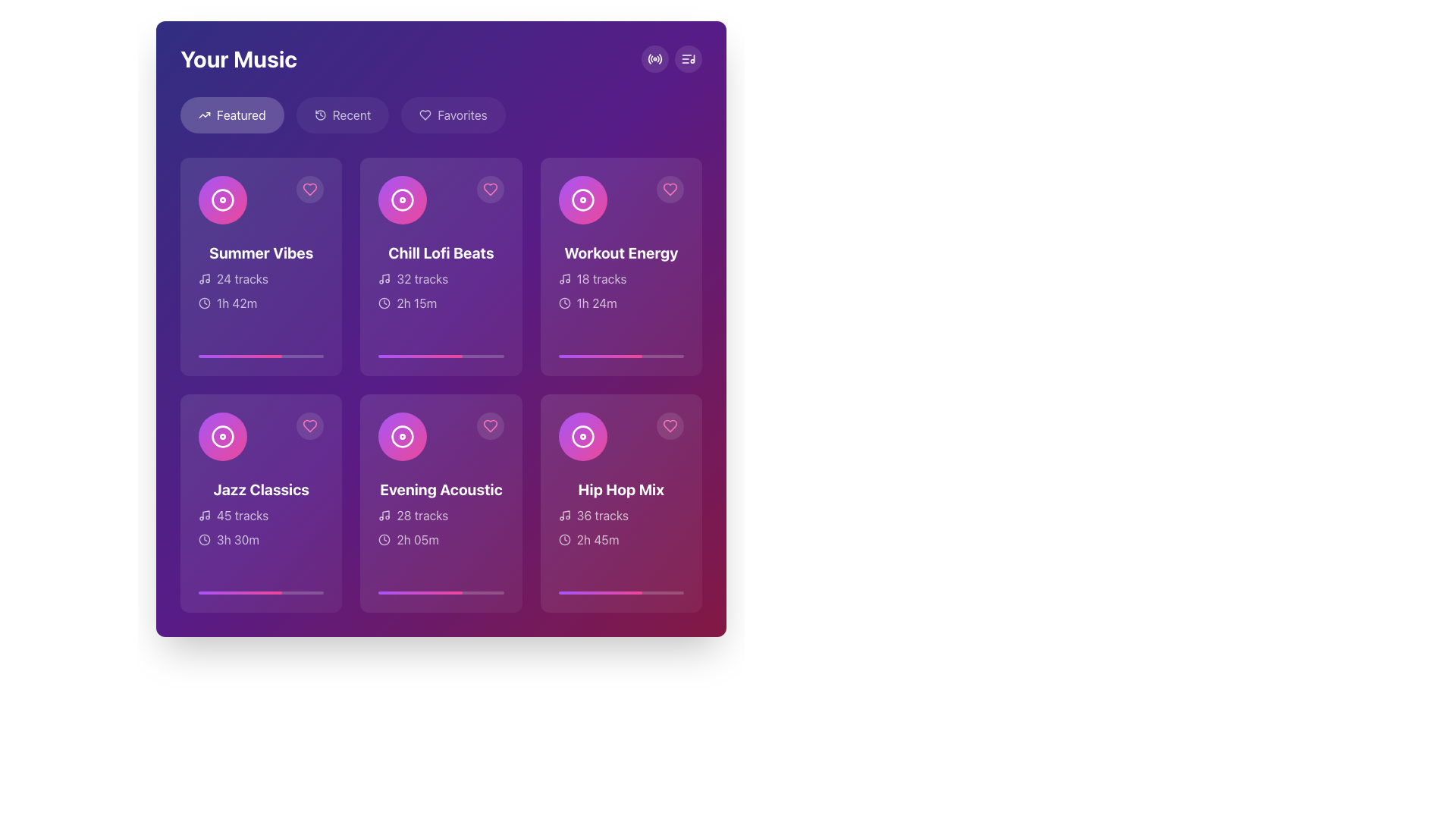 Image resolution: width=1456 pixels, height=819 pixels. Describe the element at coordinates (440, 503) in the screenshot. I see `the circular music icon located at the top left of the card with a purple gradient background that describes 'Evening Acoustic'` at that location.